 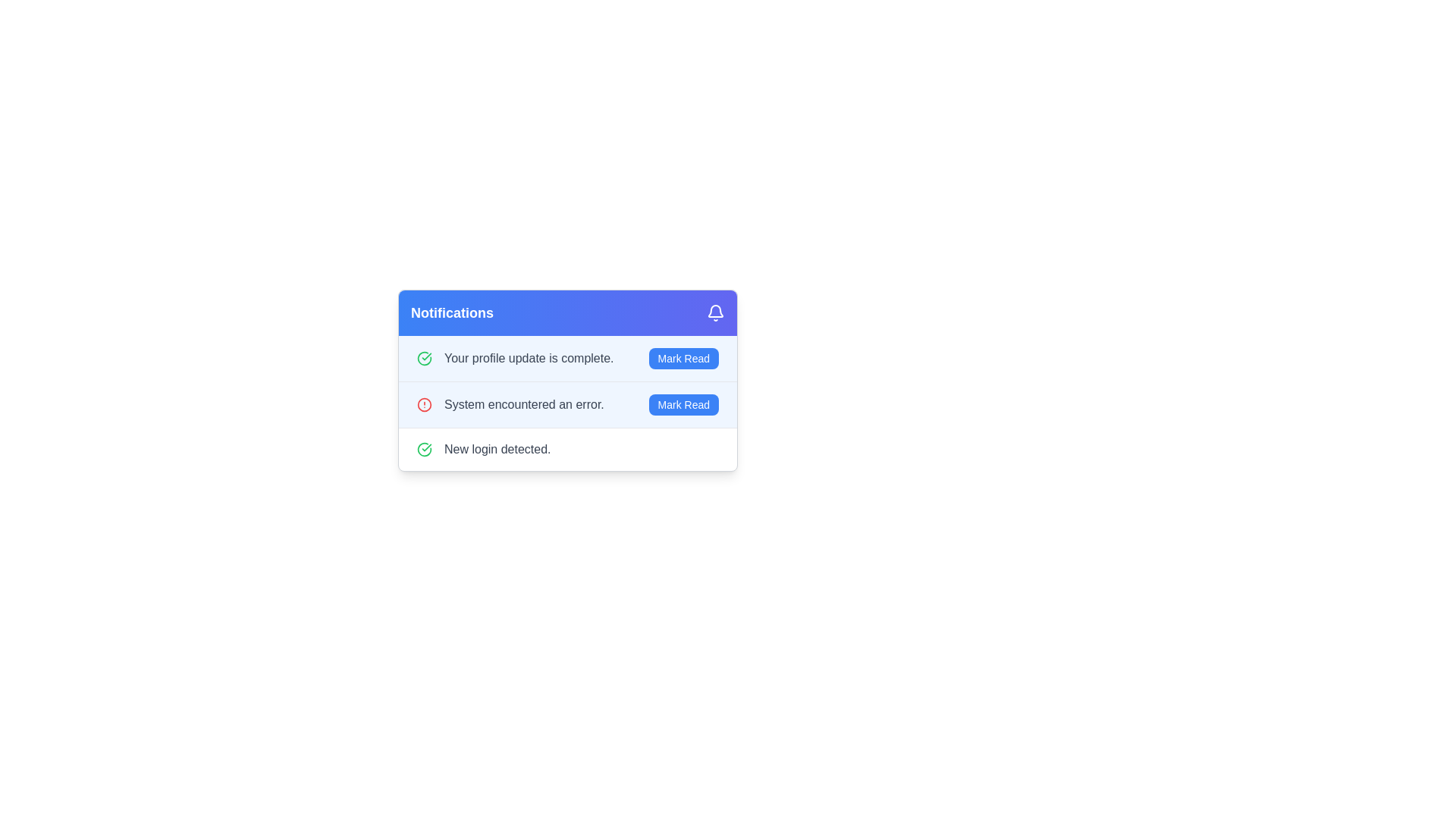 What do you see at coordinates (682, 359) in the screenshot?
I see `the blue button with white text that indicates profile update completion` at bounding box center [682, 359].